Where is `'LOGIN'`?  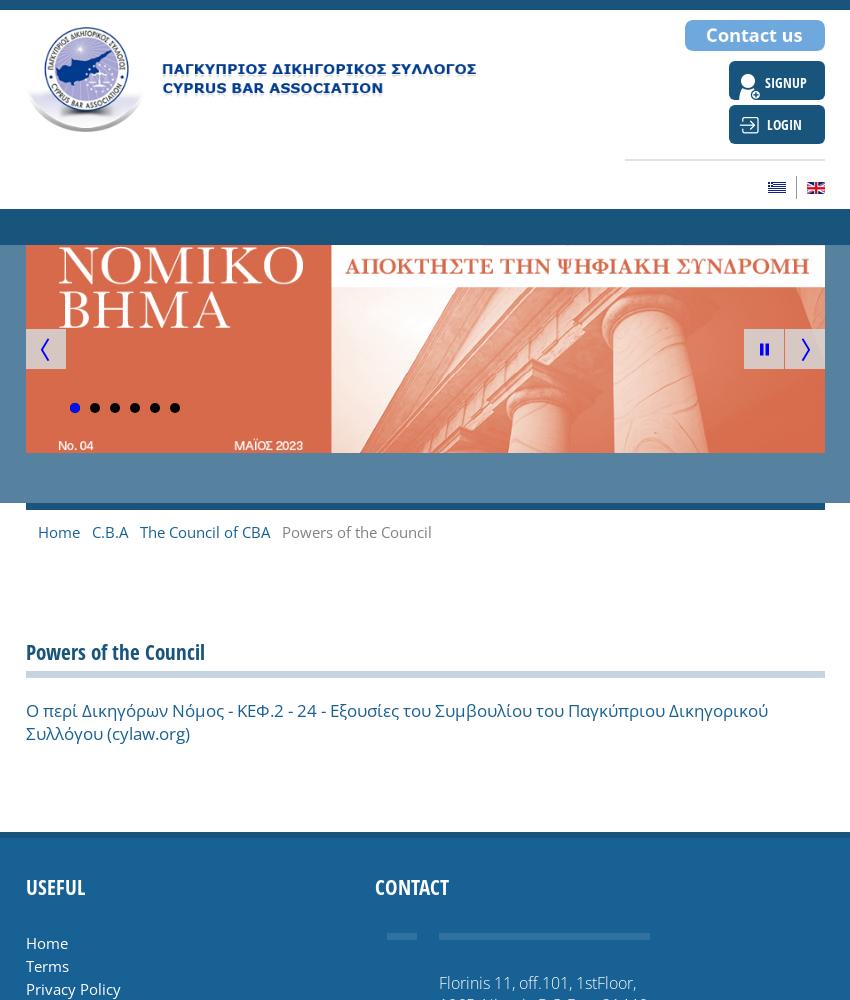 'LOGIN' is located at coordinates (782, 123).